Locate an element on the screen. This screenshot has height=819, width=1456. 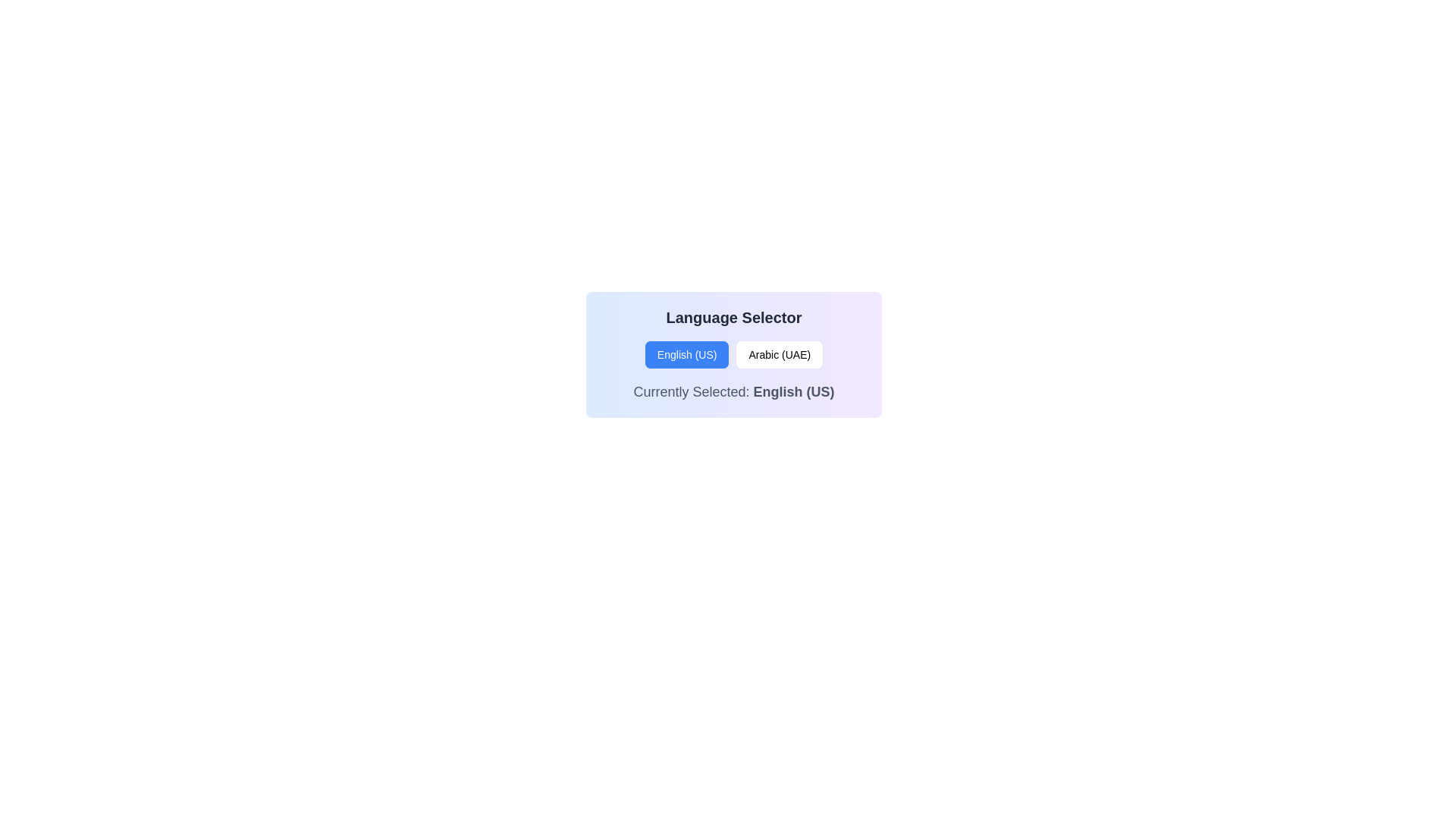
the static text element displaying 'English (US)', which is bolded and greyish, located within the text 'Currently Selected: English (US)' in the language selection interface is located at coordinates (792, 391).